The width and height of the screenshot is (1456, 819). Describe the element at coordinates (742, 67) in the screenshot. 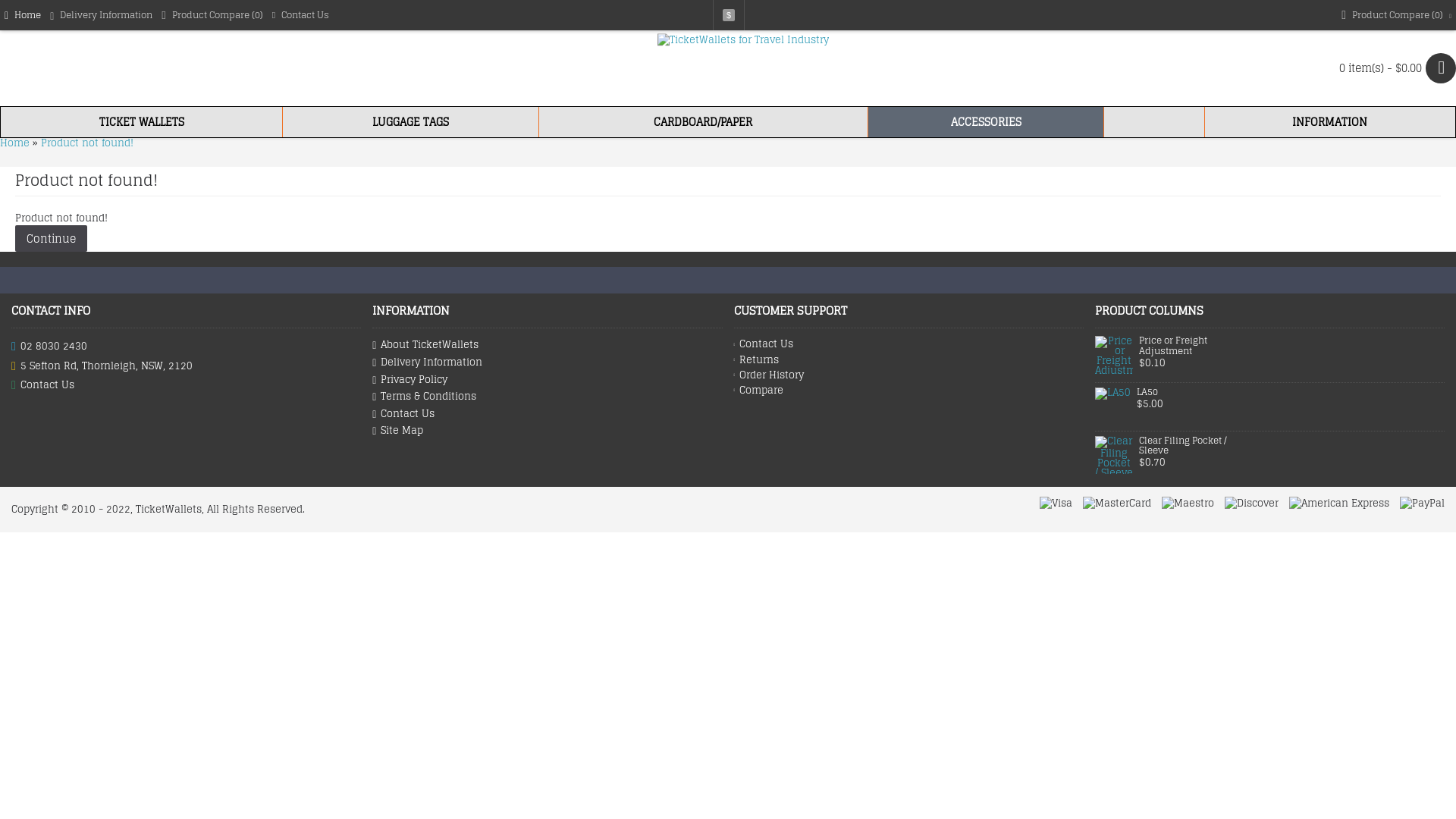

I see `'TicketWallets for Travel Industry'` at that location.